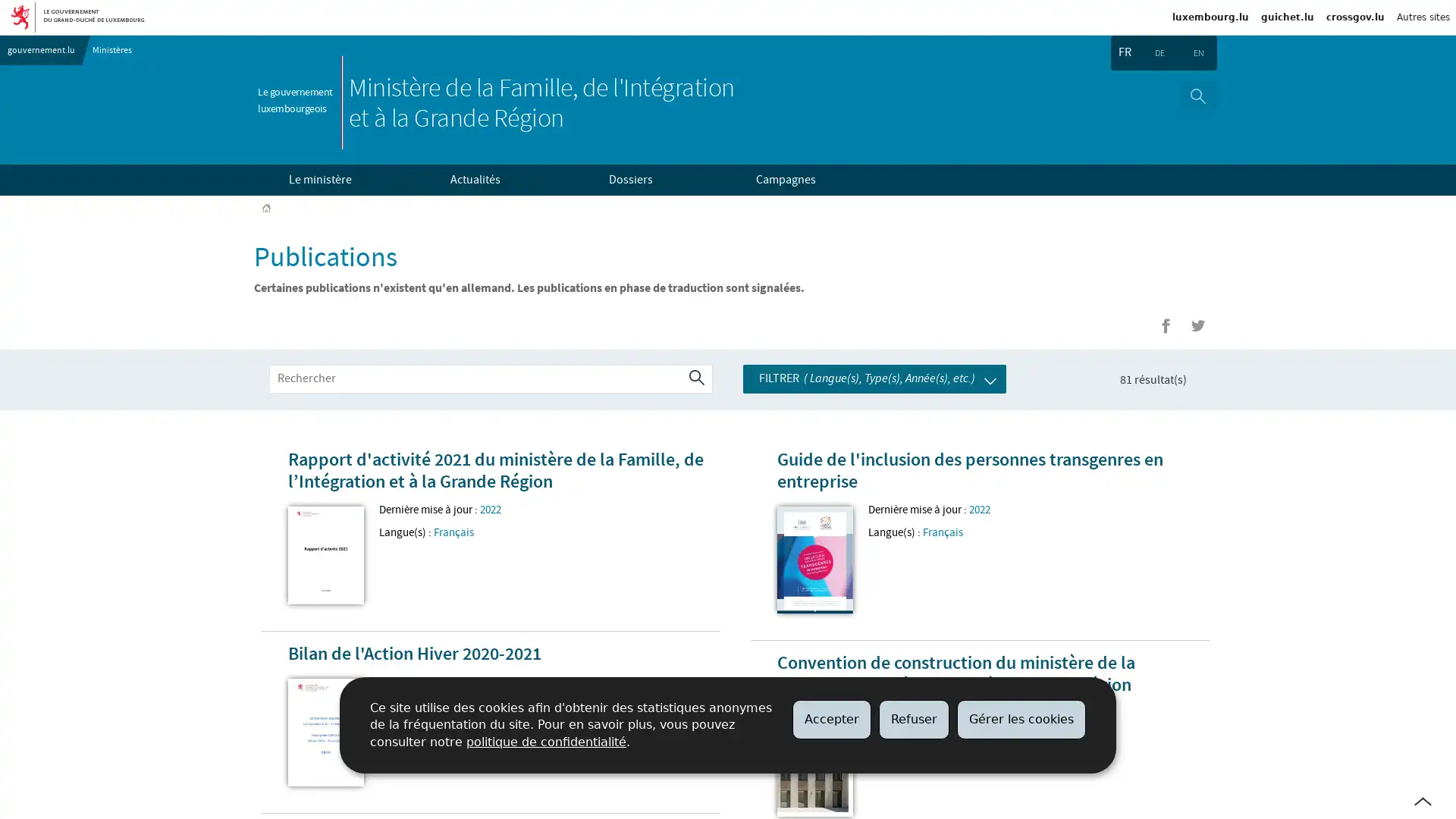 Image resolution: width=1456 pixels, height=819 pixels. Describe the element at coordinates (874, 378) in the screenshot. I see `FILTRER  ( Langue(s), Type(s), Annee(s), etc.)` at that location.